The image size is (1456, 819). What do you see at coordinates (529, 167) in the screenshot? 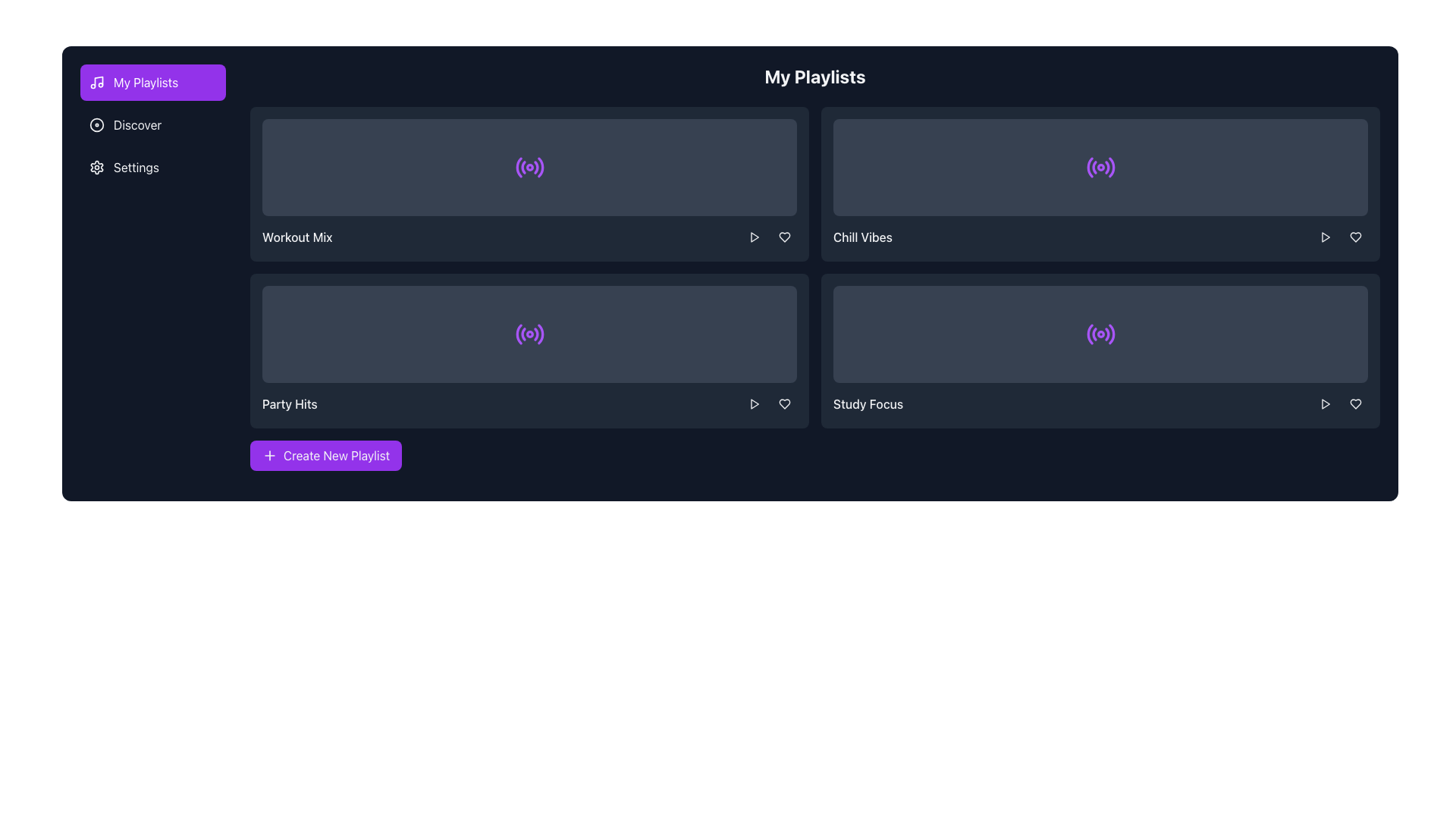
I see `the icon in the 'Workout Mix' playlist card` at bounding box center [529, 167].